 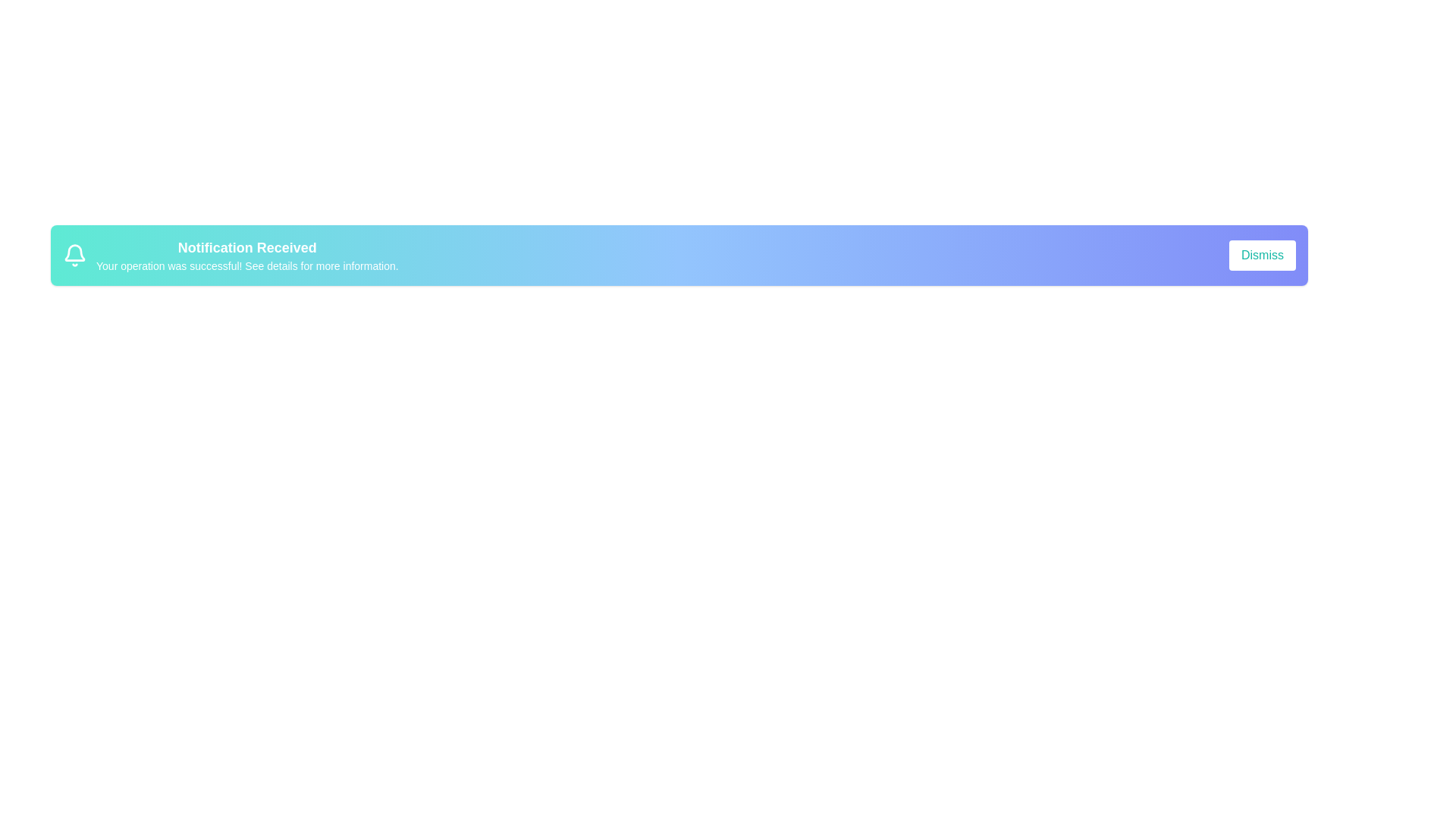 I want to click on the 'Dismiss' button to dismiss the alert, so click(x=1263, y=254).